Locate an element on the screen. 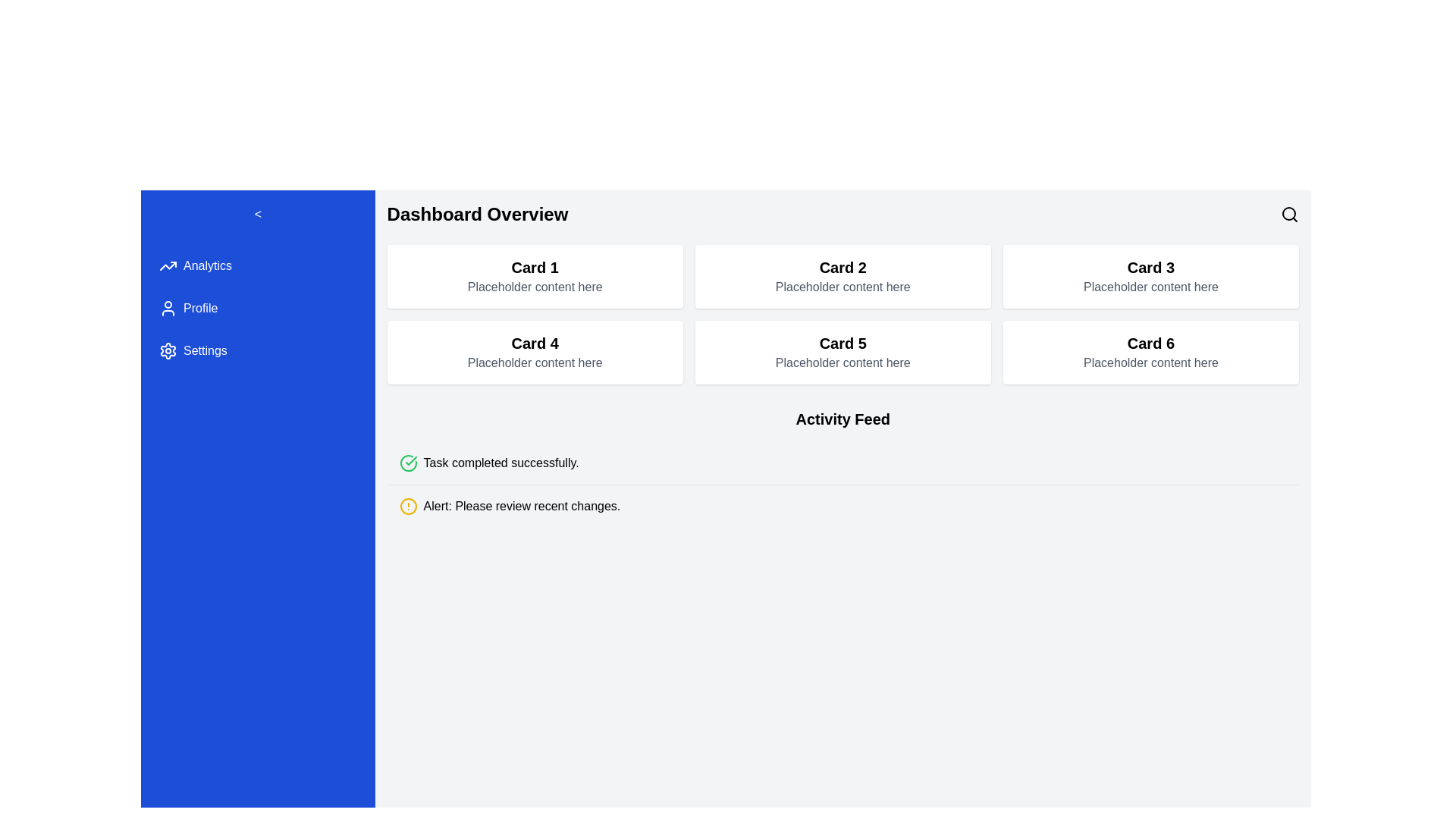 The image size is (1456, 819). text content displayed in the textual placeholder located within 'Card 4', positioned below the title in the second row, first column of the grid layout is located at coordinates (535, 362).